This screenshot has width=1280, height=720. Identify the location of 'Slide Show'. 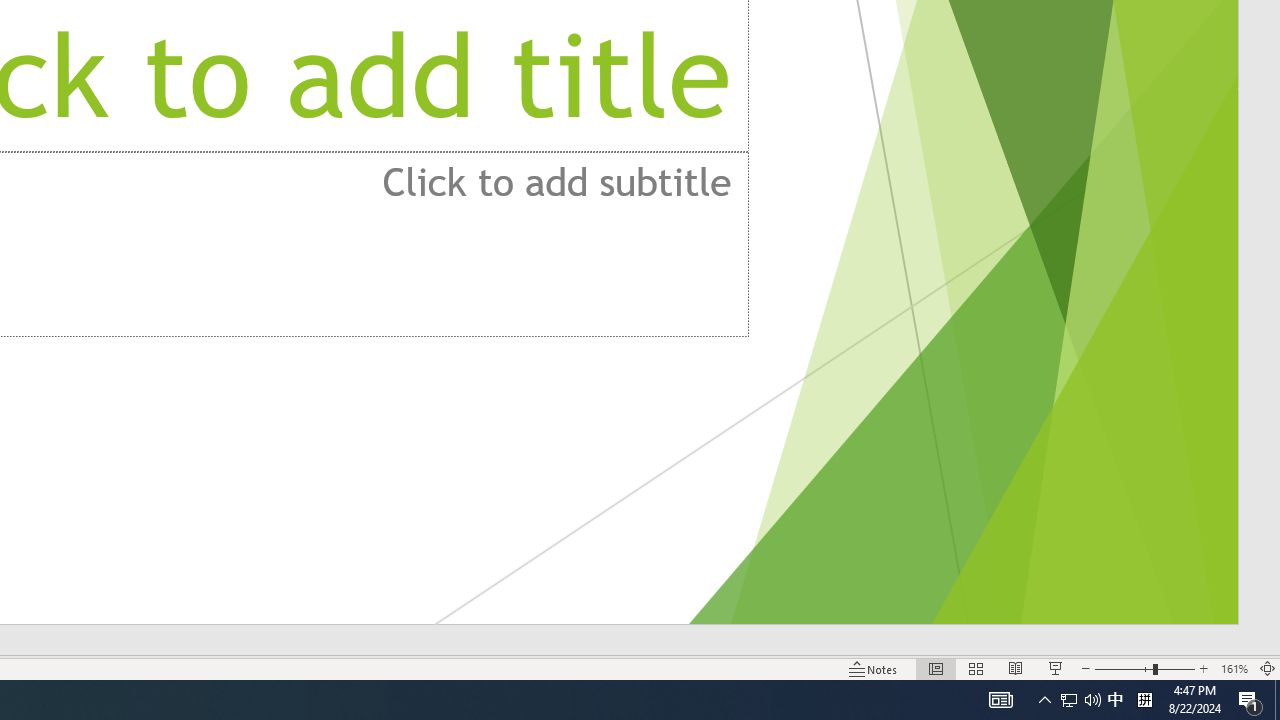
(1055, 669).